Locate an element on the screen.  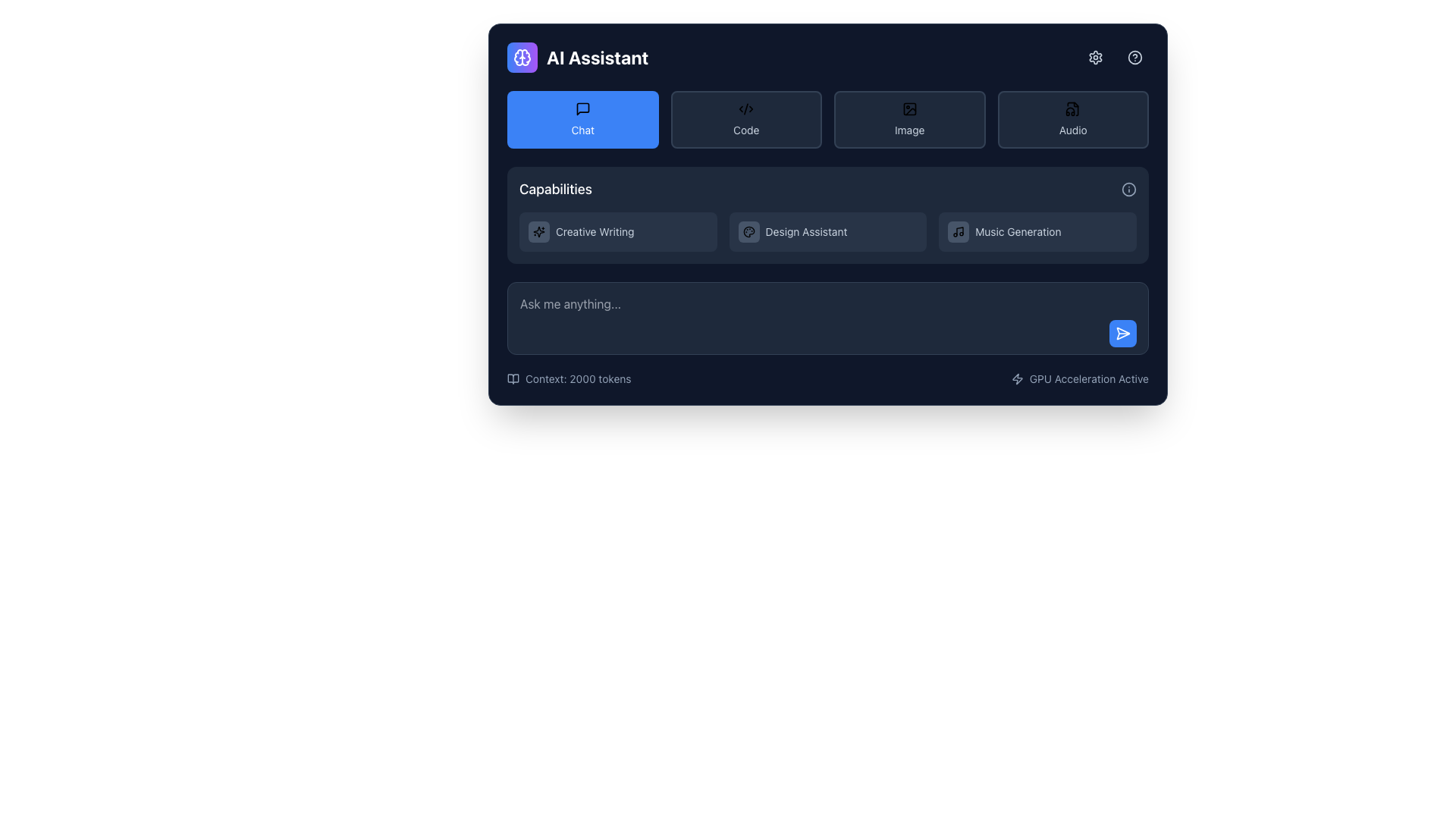
the 'Design Assistant' button-like label, which features a small design icon on the left and light-colored text on a dark background is located at coordinates (827, 231).